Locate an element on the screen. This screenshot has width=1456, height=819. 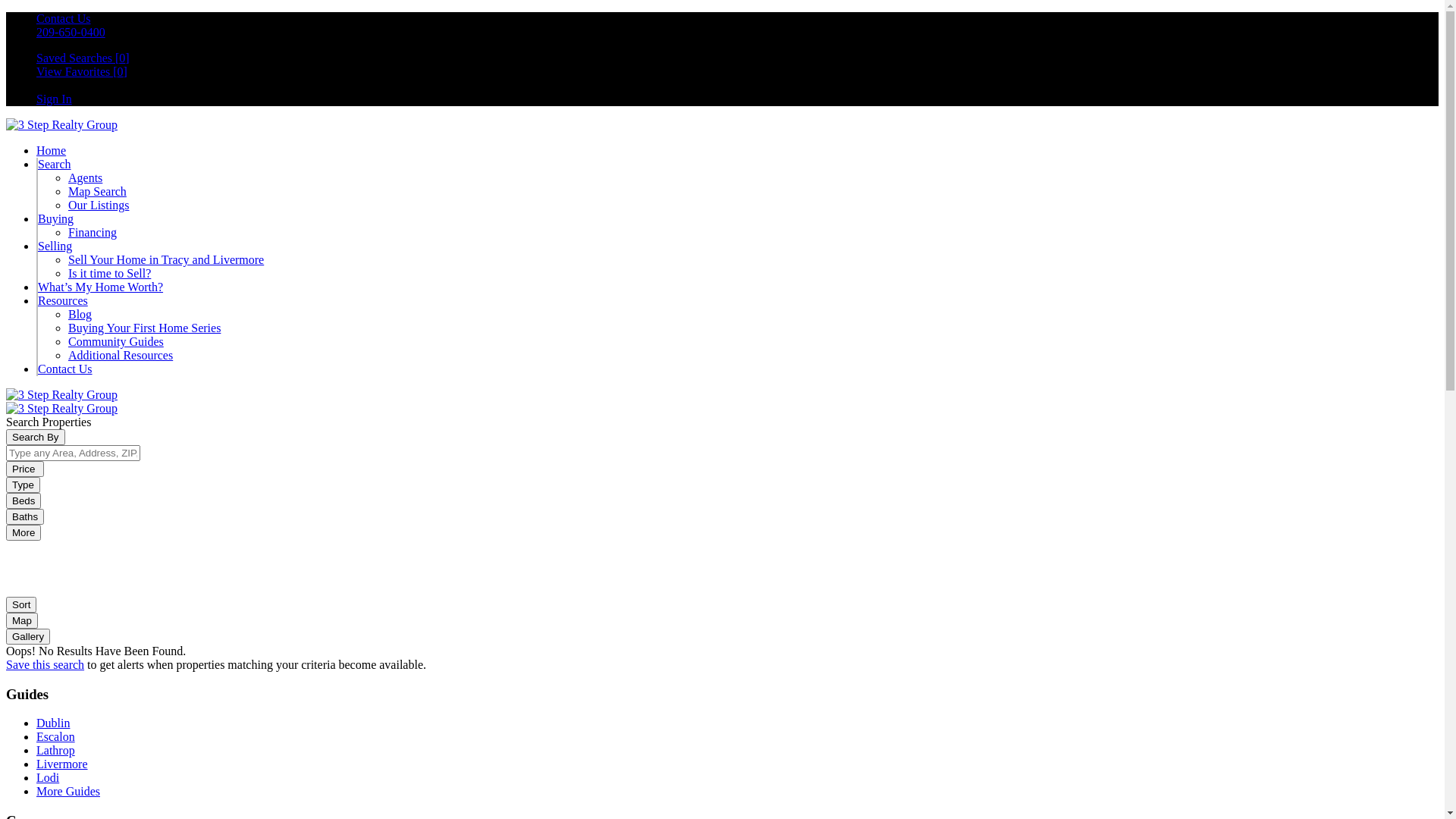
'More' is located at coordinates (6, 532).